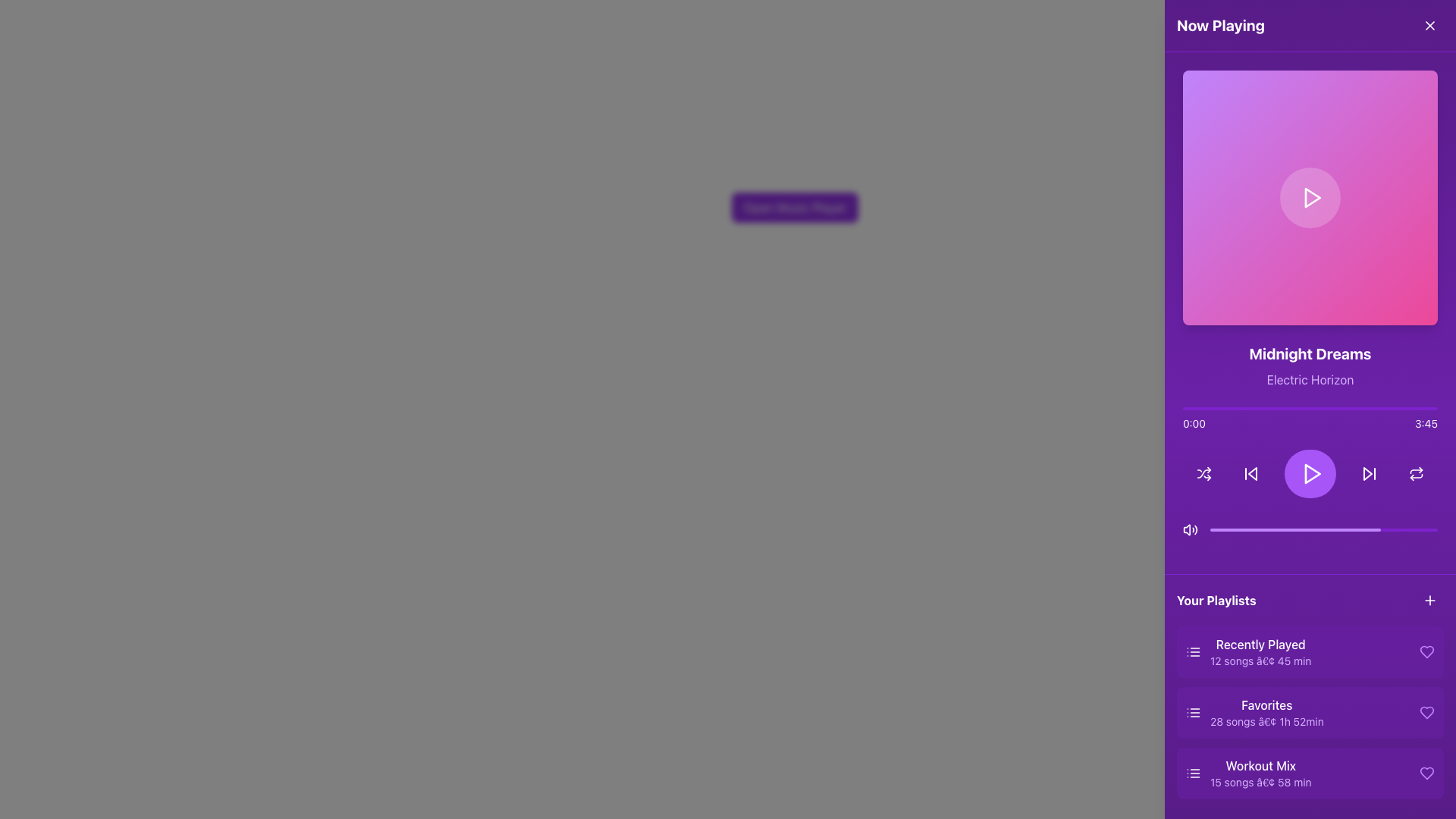  Describe the element at coordinates (1323, 529) in the screenshot. I see `the horizontal progress bar with rounded edges and deep purple color located in the 'Now Playing' interface, positioned beneath the playback buttons and above the playlist section` at that location.